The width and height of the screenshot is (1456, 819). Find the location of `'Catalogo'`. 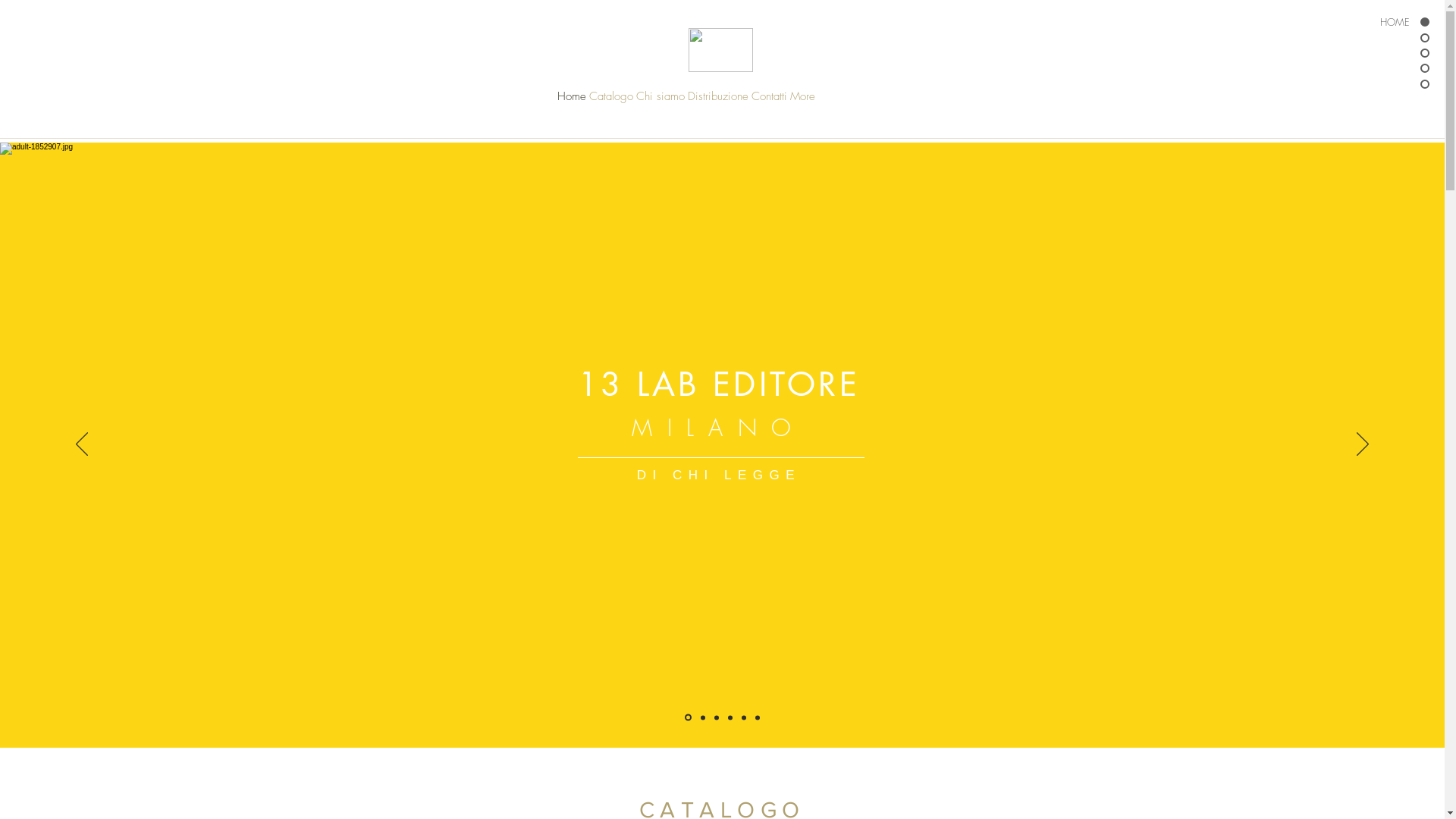

'Catalogo' is located at coordinates (588, 100).